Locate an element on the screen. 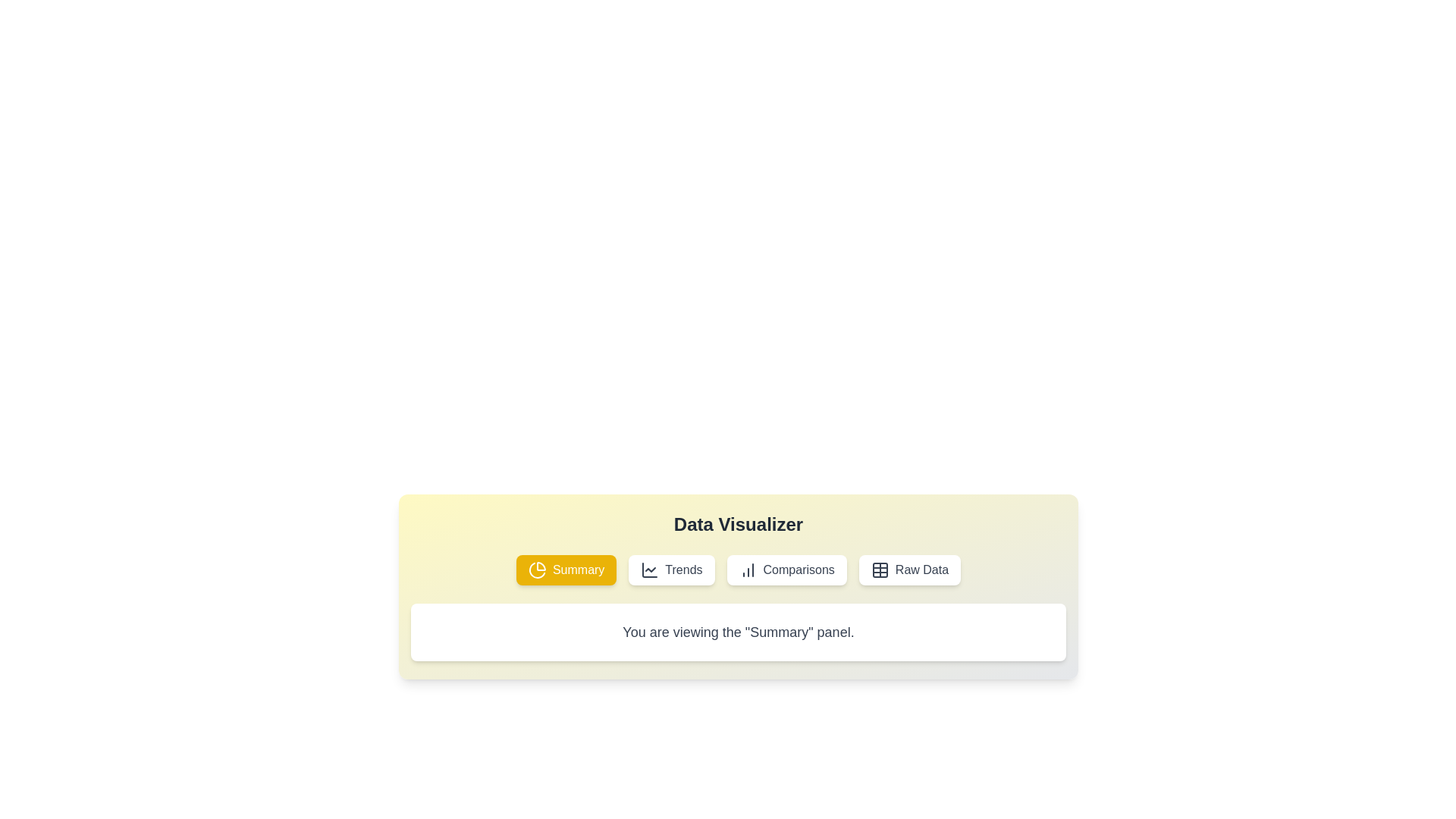 The image size is (1456, 819). the horizontal navigation bar located below the 'Data Visualizer' heading to observe UI feedback is located at coordinates (739, 570).